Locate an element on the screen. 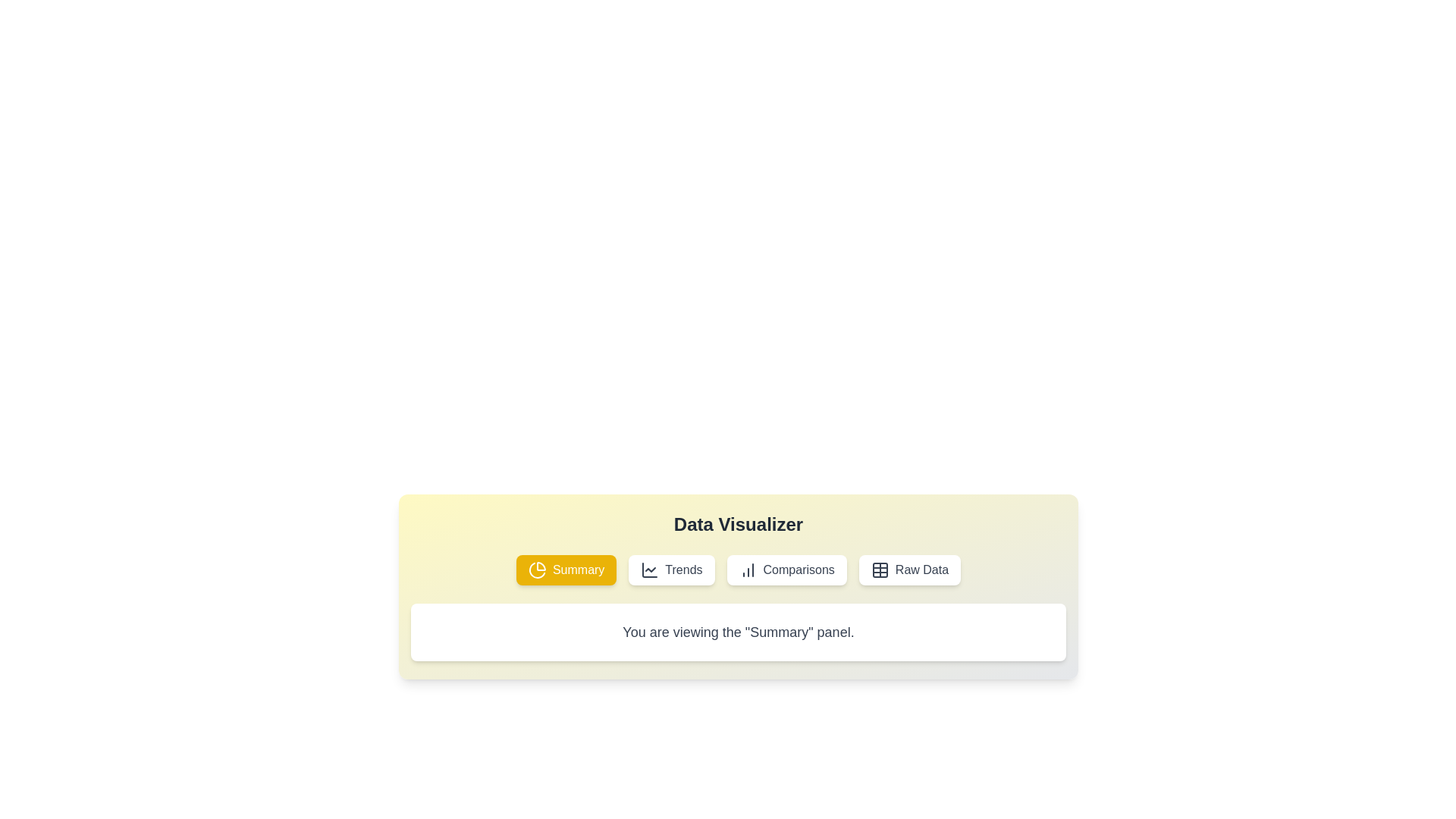 The image size is (1456, 819). the horizontal navigation bar located below the 'Data Visualizer' heading to observe UI feedback is located at coordinates (739, 570).